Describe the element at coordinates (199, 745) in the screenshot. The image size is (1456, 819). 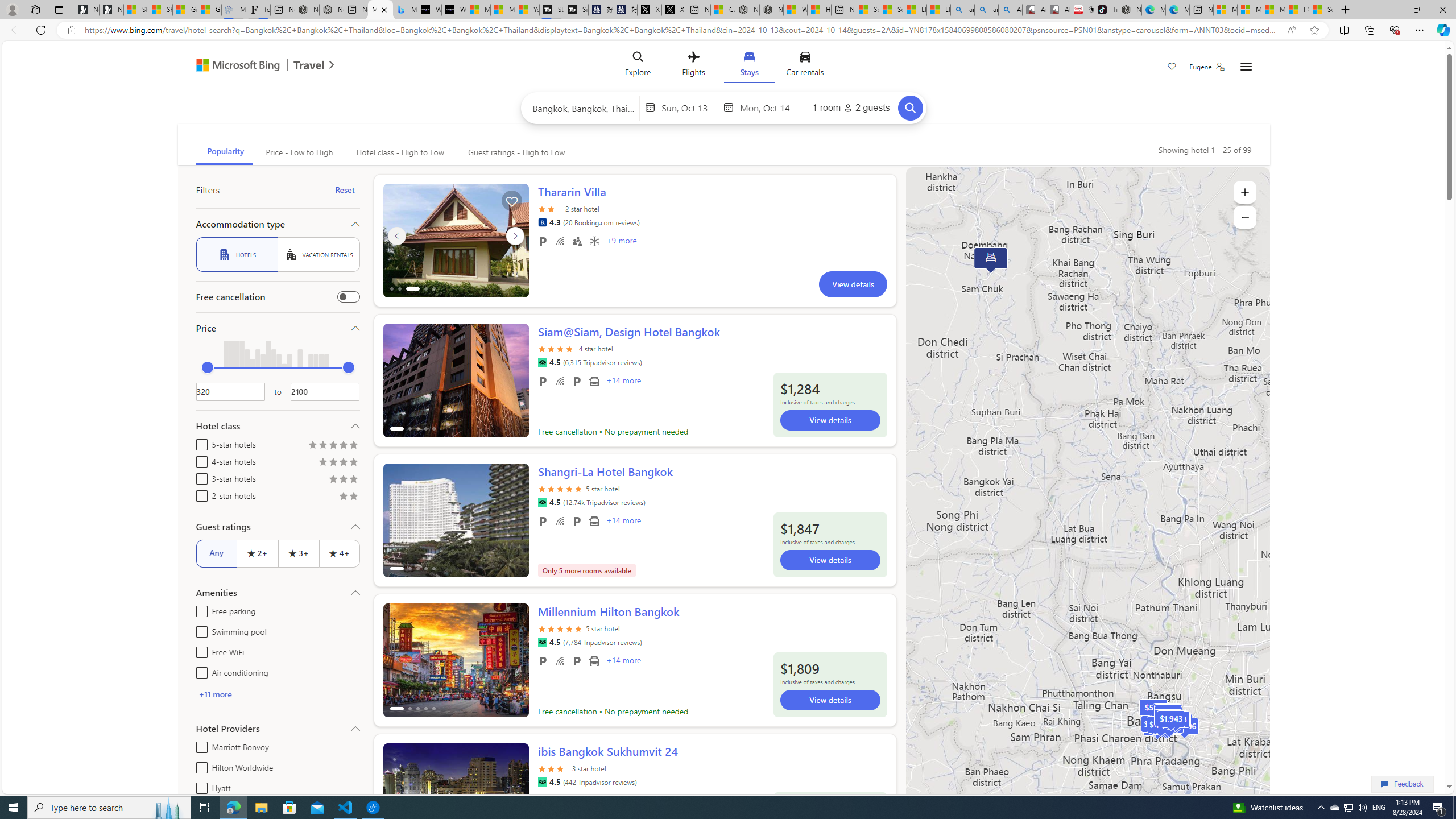
I see `'Marriott Bonvoy'` at that location.